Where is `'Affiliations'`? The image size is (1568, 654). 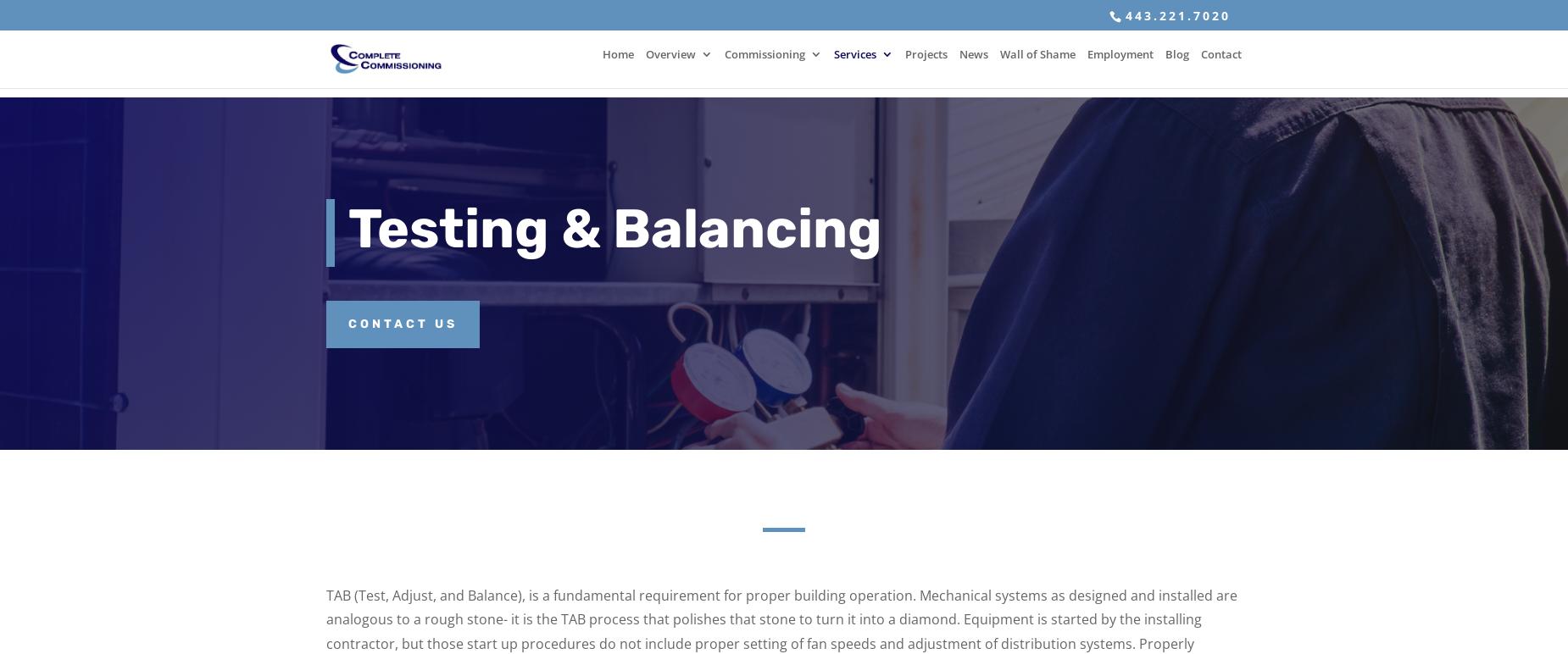 'Affiliations' is located at coordinates (696, 200).